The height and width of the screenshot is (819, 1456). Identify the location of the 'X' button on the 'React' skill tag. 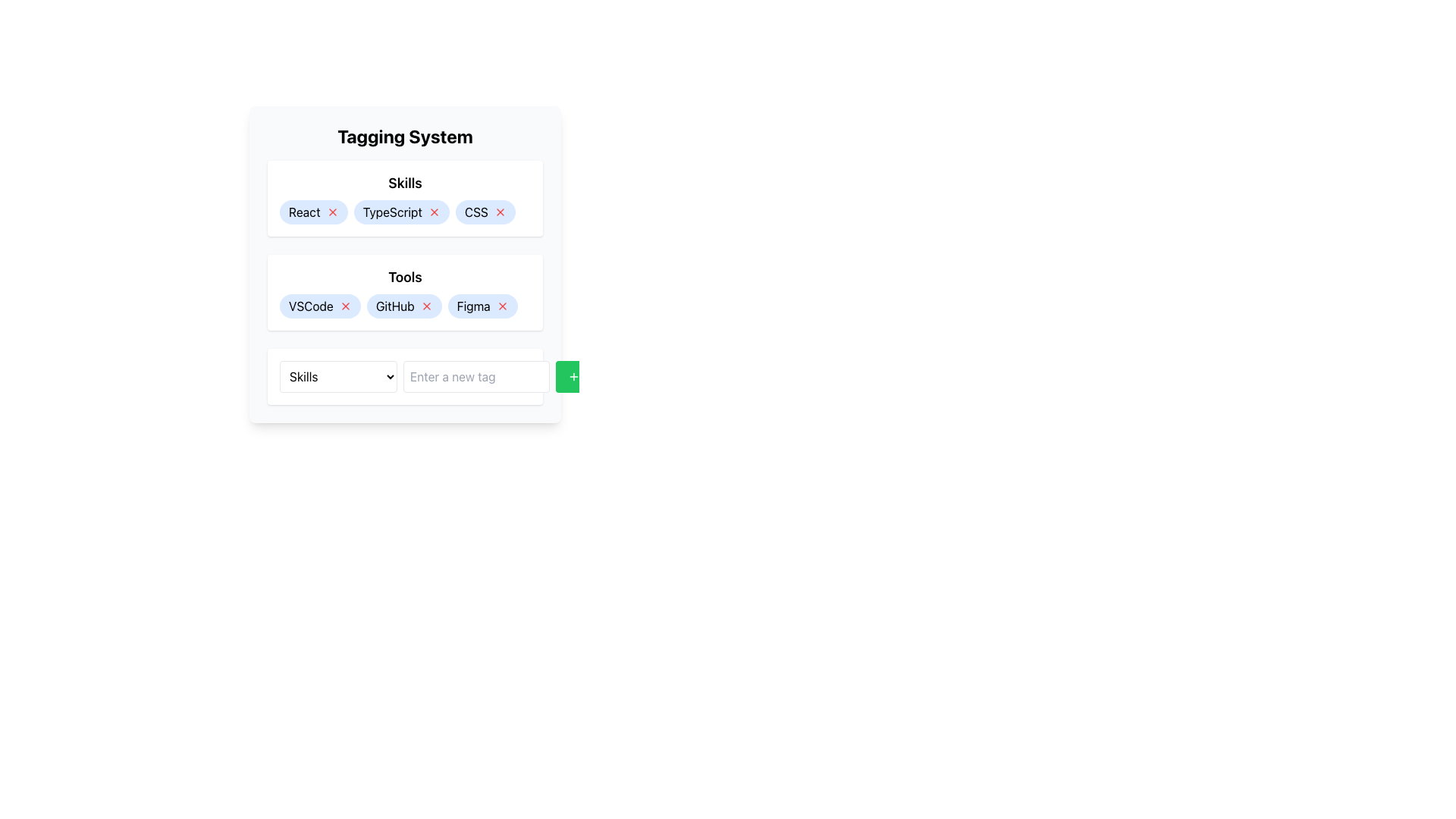
(312, 212).